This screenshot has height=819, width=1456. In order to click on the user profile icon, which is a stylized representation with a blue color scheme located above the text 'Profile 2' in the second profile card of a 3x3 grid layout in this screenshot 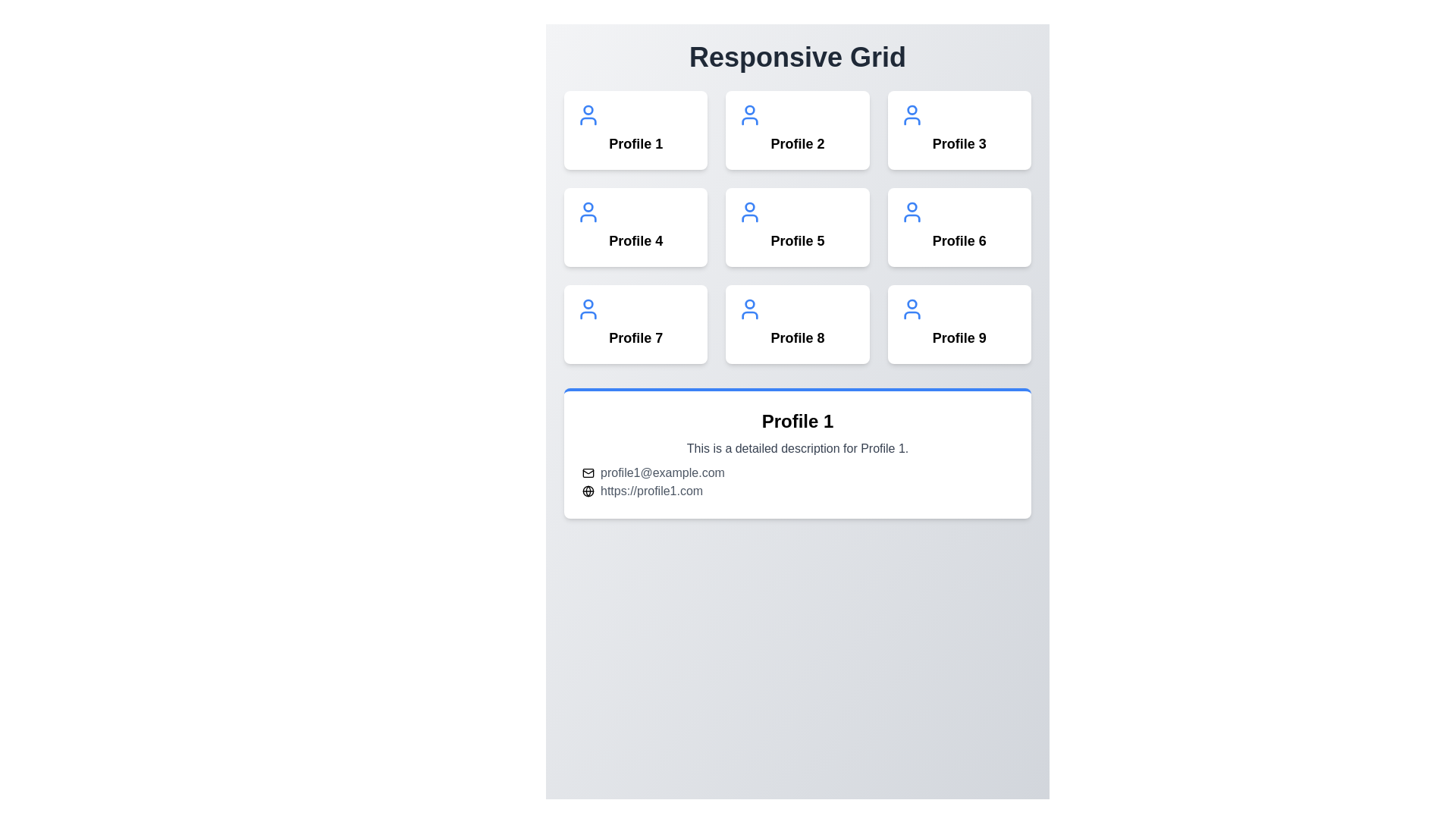, I will do `click(750, 114)`.